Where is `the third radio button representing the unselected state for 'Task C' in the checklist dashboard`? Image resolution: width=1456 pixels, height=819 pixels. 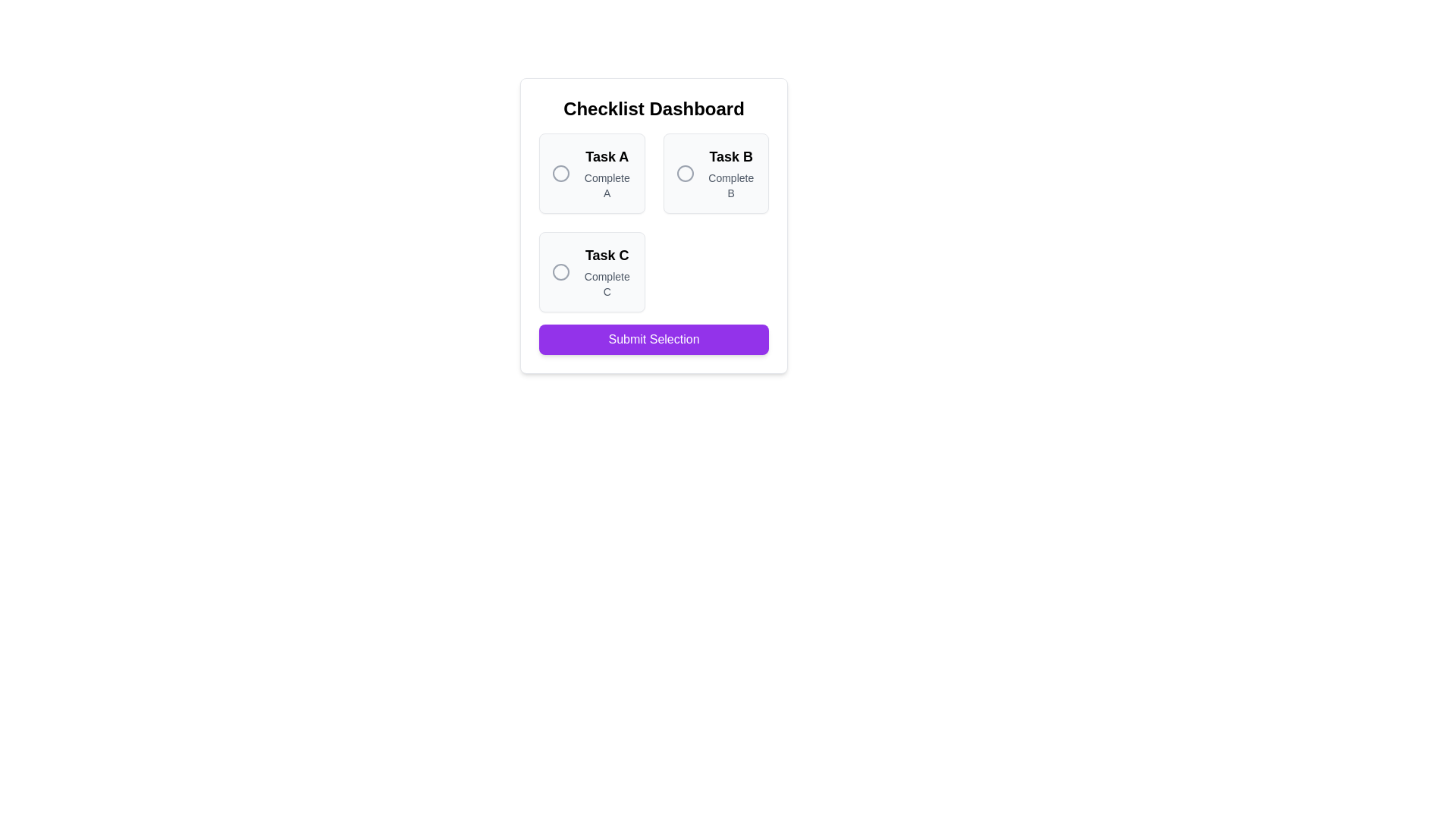 the third radio button representing the unselected state for 'Task C' in the checklist dashboard is located at coordinates (560, 271).